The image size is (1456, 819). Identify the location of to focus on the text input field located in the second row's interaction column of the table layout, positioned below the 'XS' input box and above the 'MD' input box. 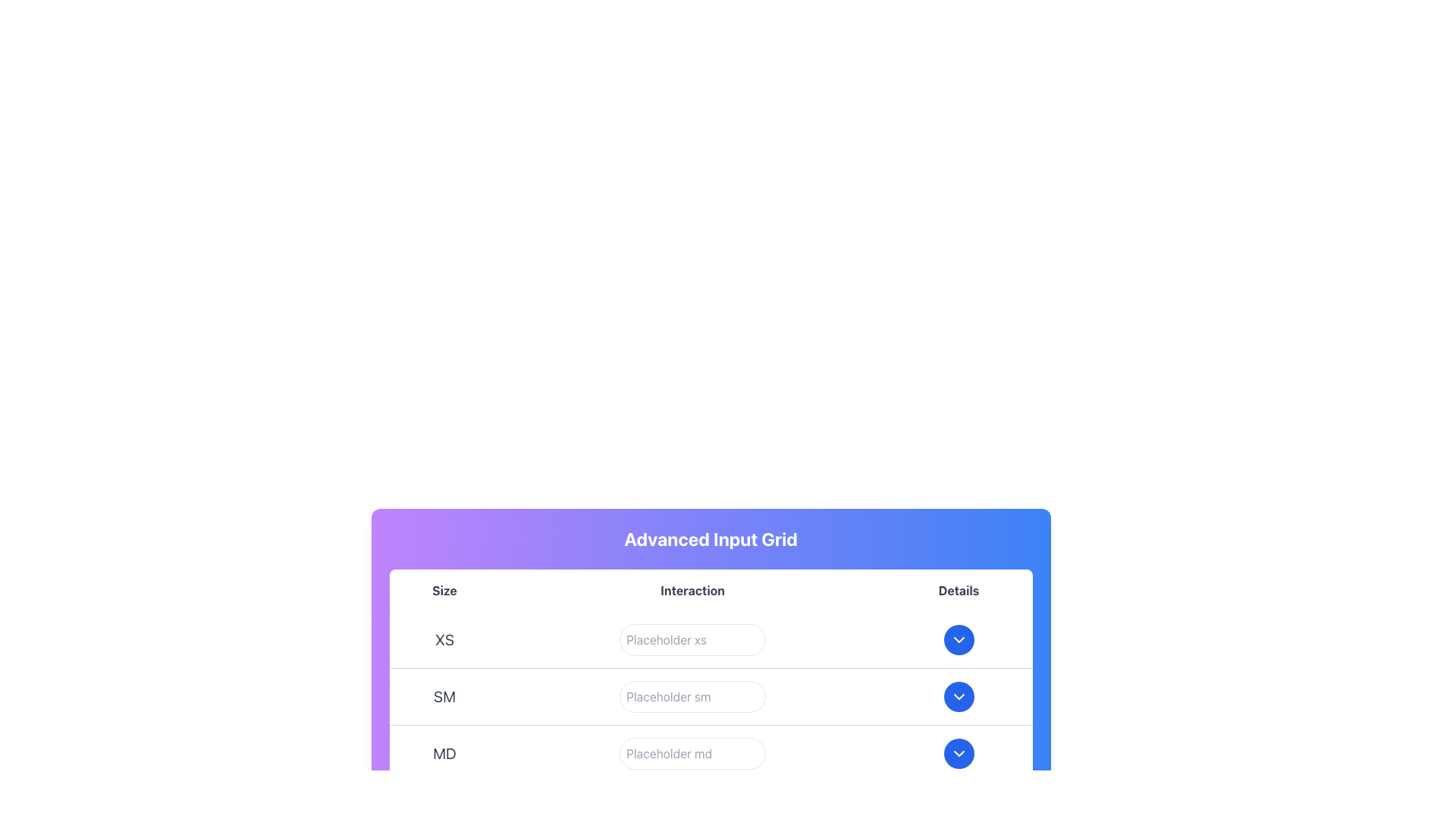
(692, 696).